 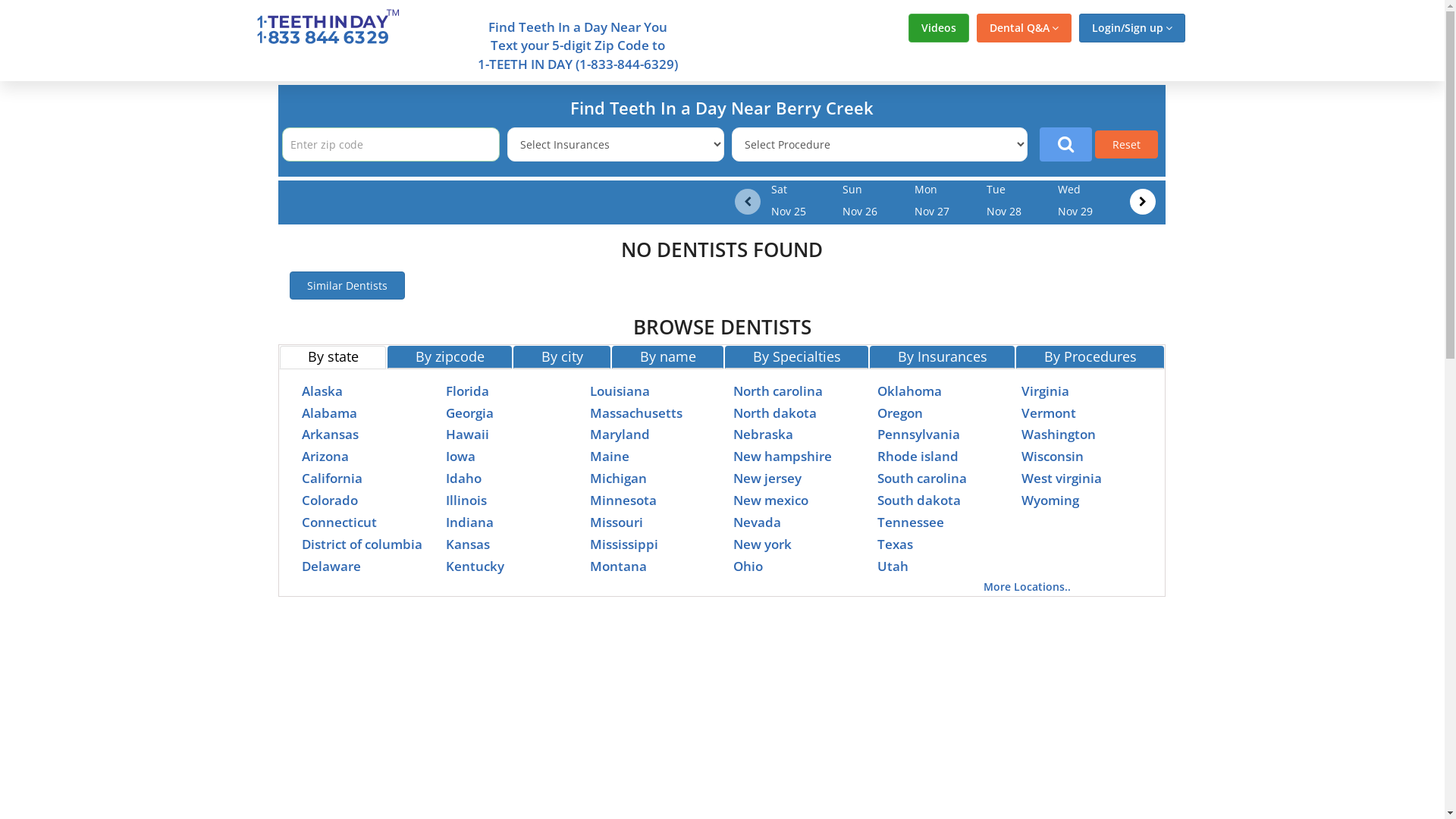 What do you see at coordinates (610, 455) in the screenshot?
I see `'Maine'` at bounding box center [610, 455].